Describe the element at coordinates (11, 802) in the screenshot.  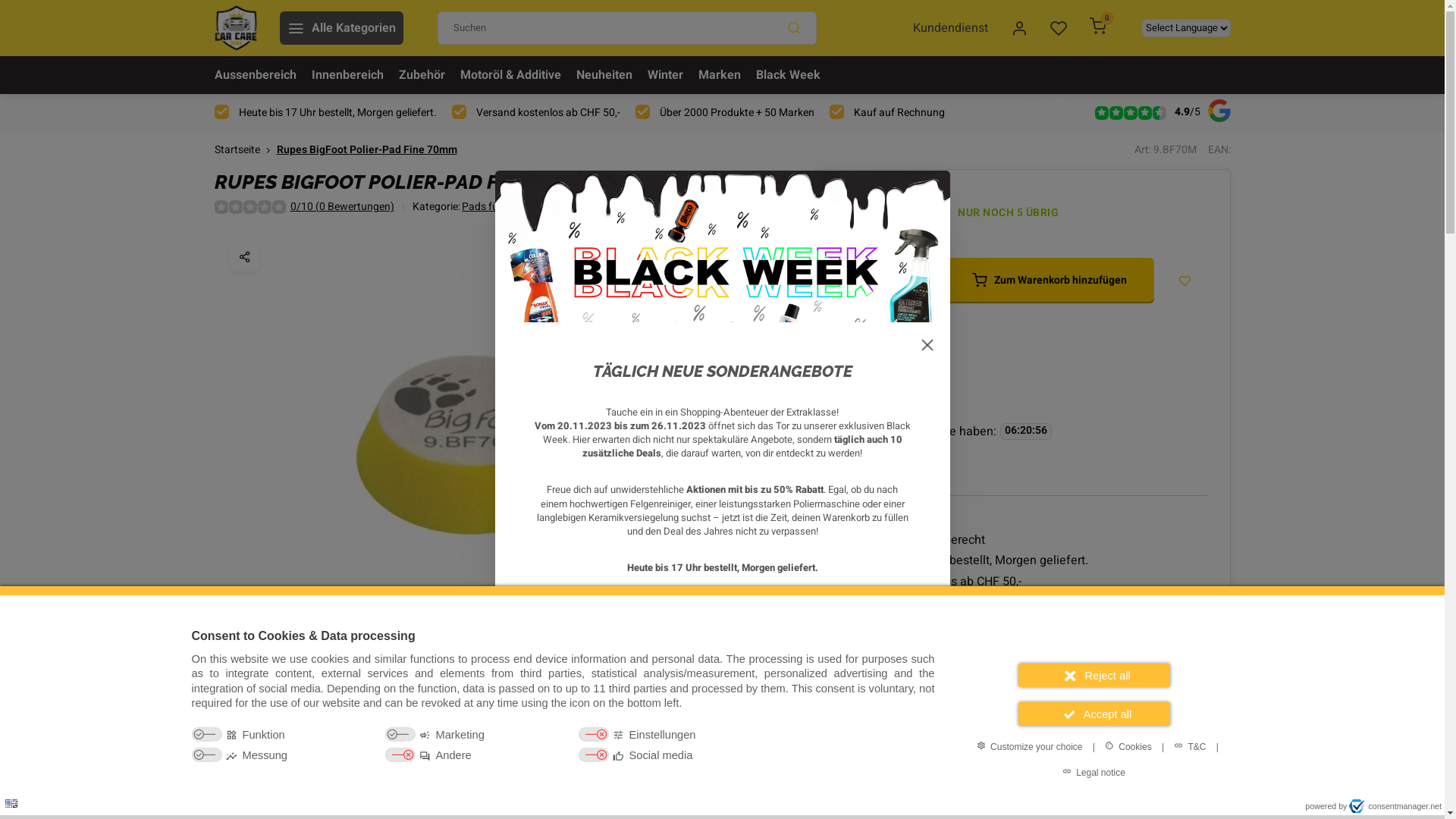
I see `'Language: en'` at that location.